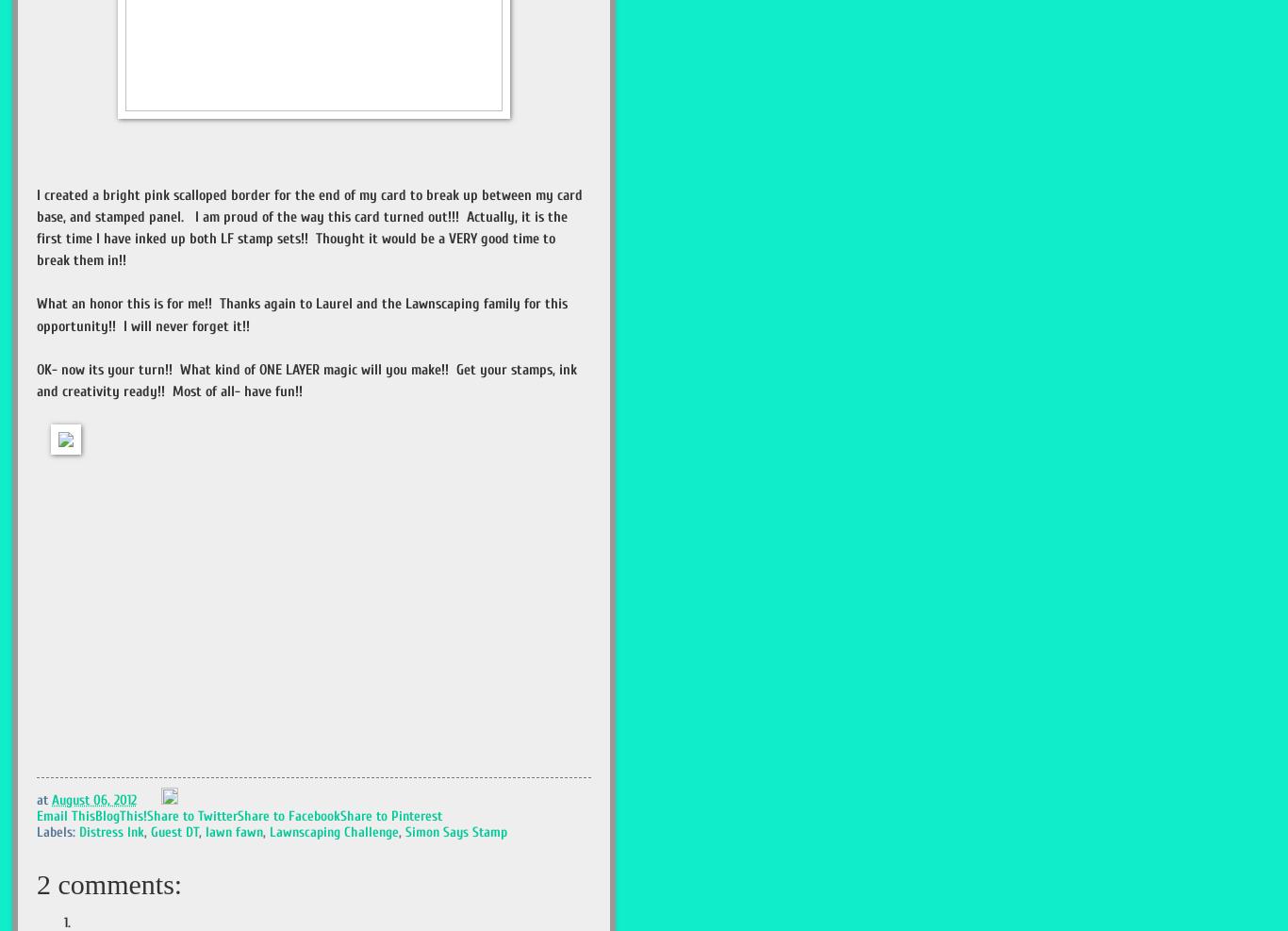  I want to click on 'Lawnscaping Challenge', so click(333, 831).